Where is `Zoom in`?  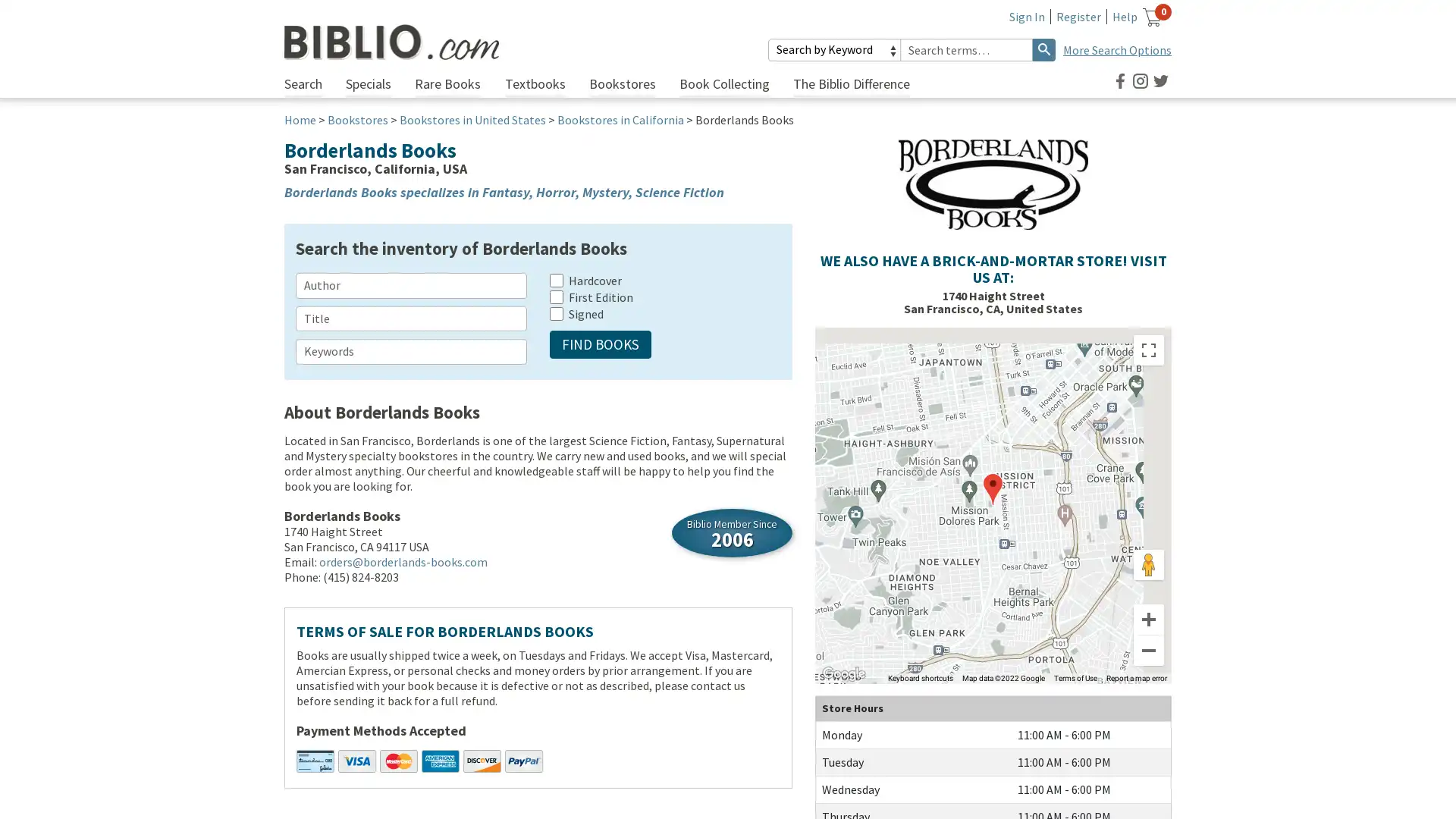
Zoom in is located at coordinates (1149, 620).